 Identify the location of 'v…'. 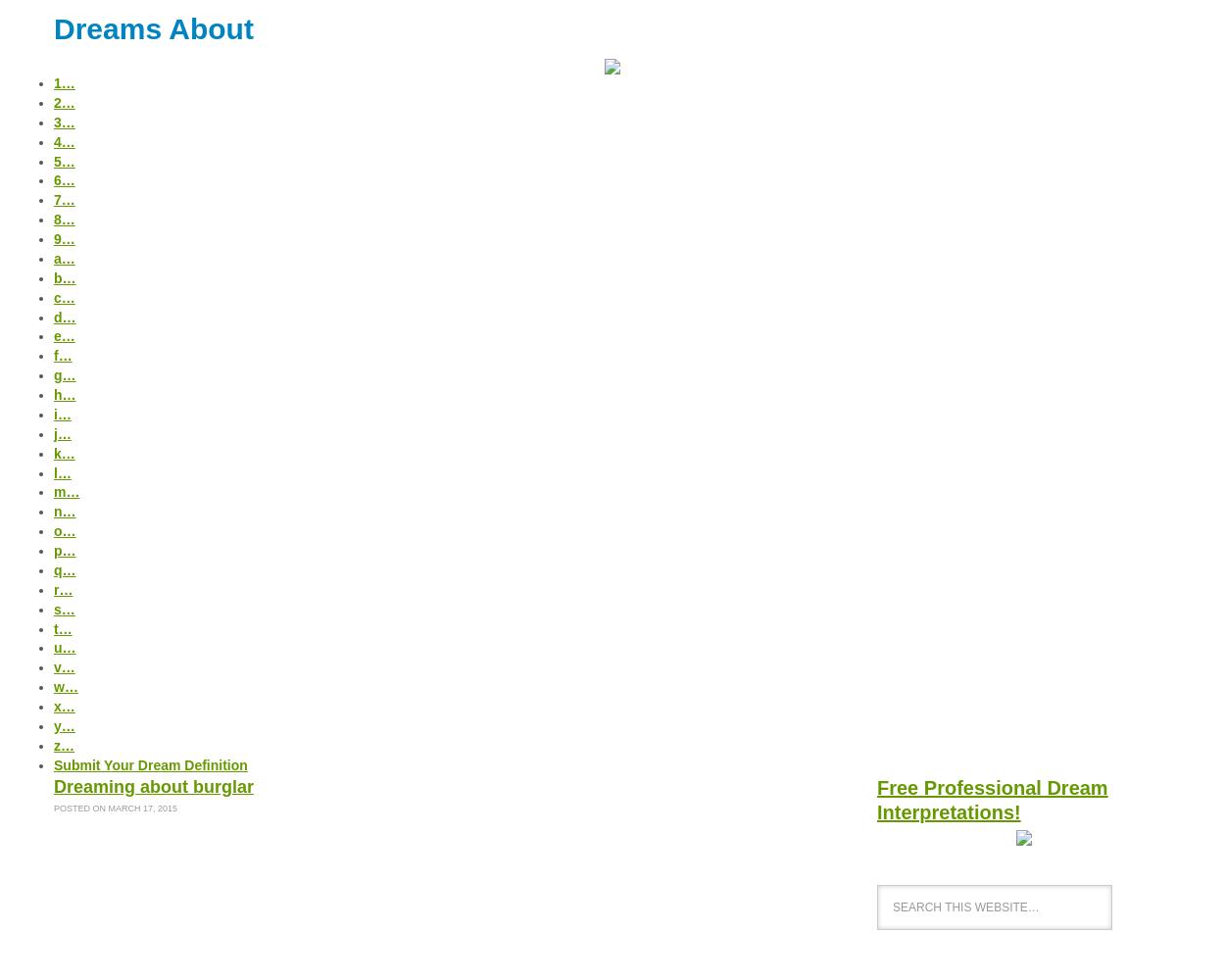
(54, 667).